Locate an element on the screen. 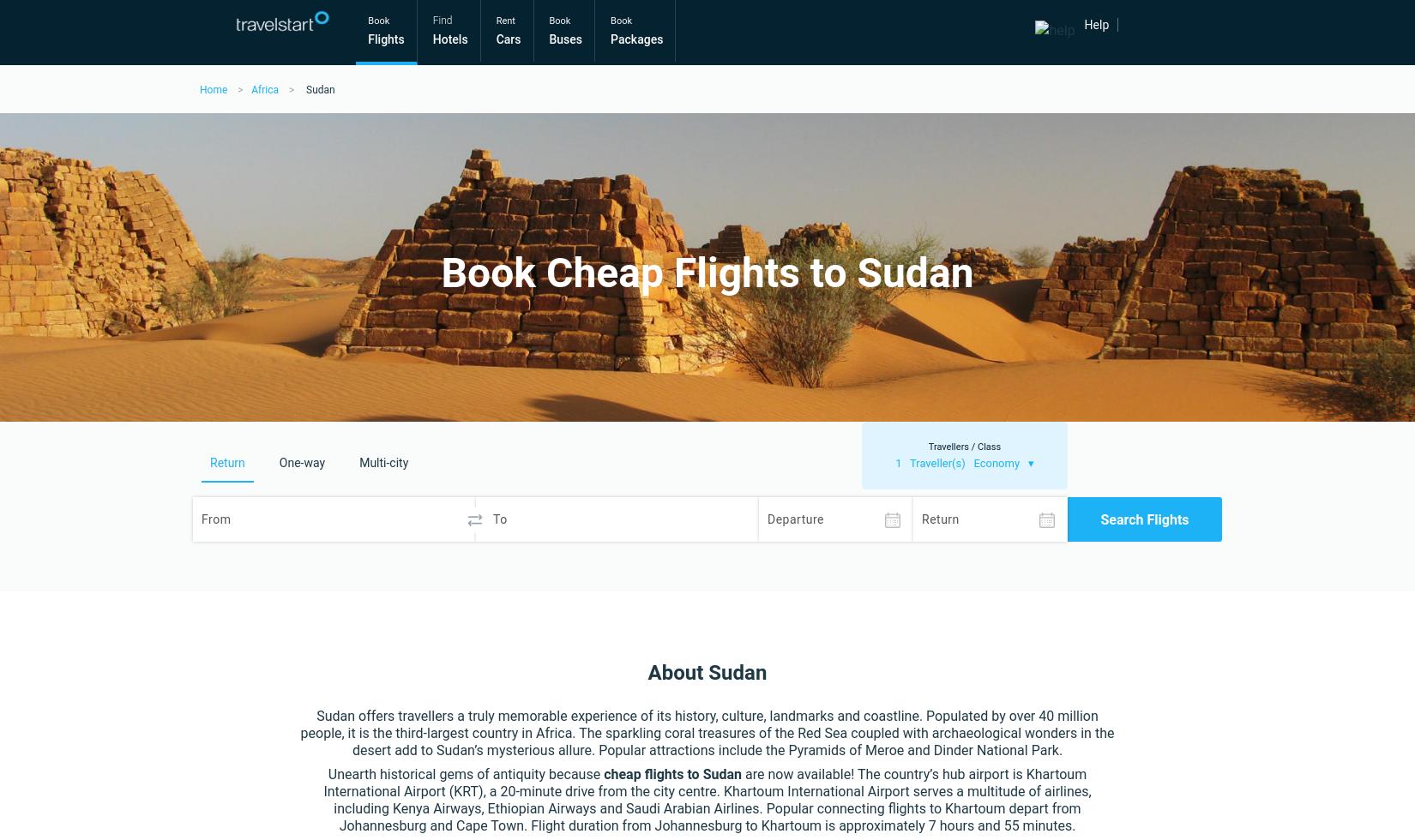  'Home' is located at coordinates (199, 89).